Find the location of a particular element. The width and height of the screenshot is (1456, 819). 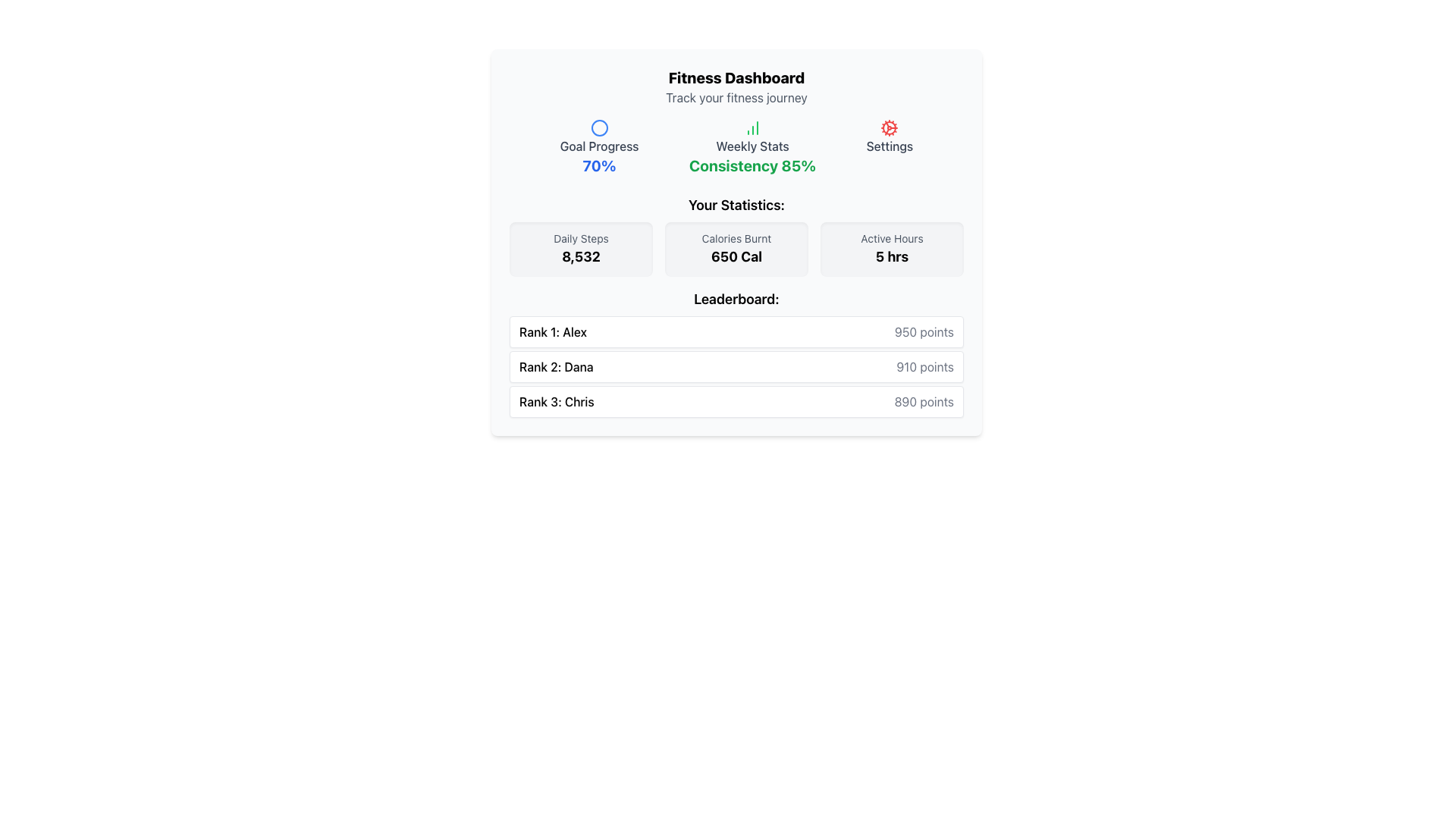

the green bar chart icon located above the 'Weekly Stats' text in the 'Consistency 85%' section is located at coordinates (752, 127).